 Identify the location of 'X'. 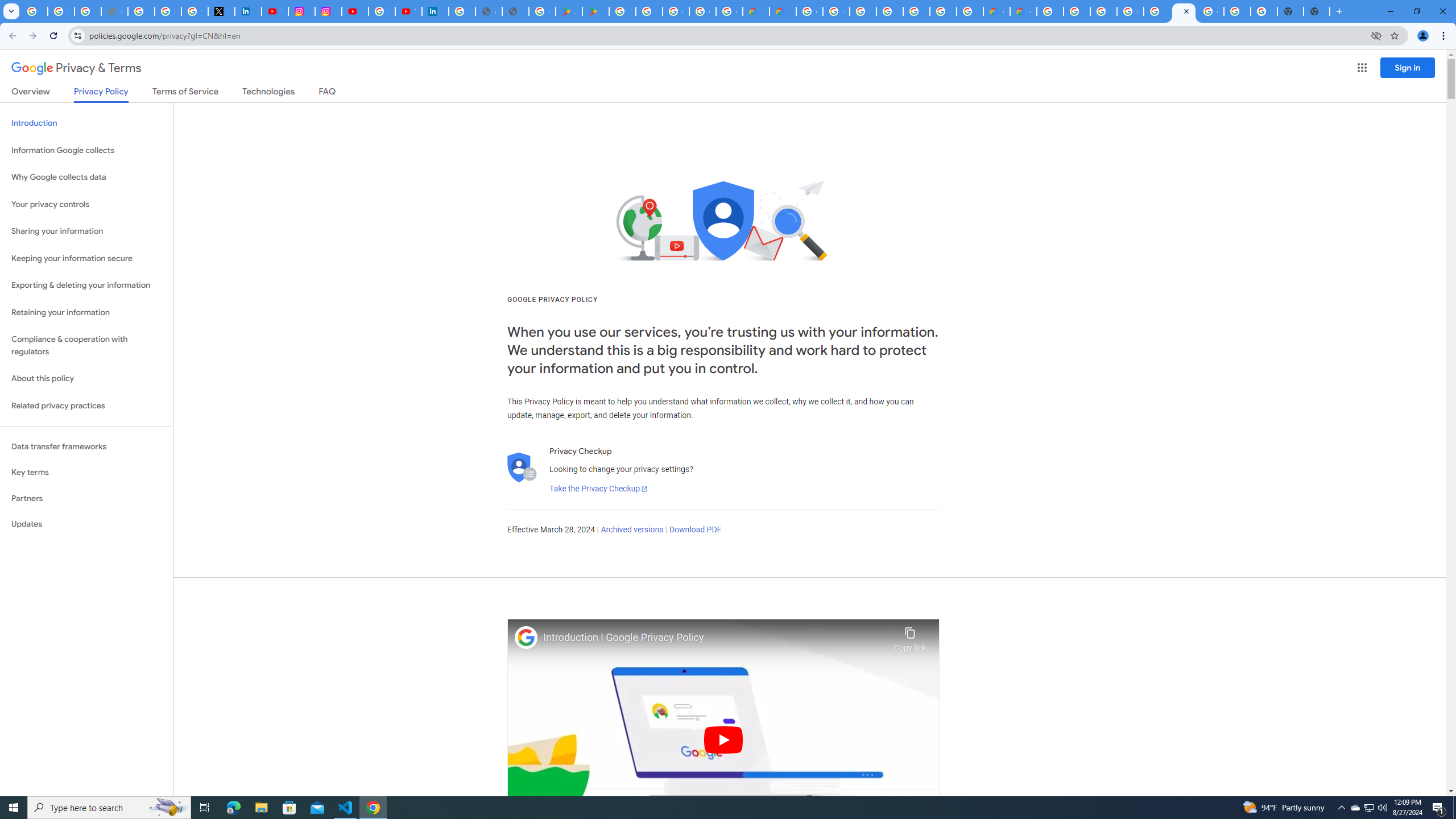
(221, 11).